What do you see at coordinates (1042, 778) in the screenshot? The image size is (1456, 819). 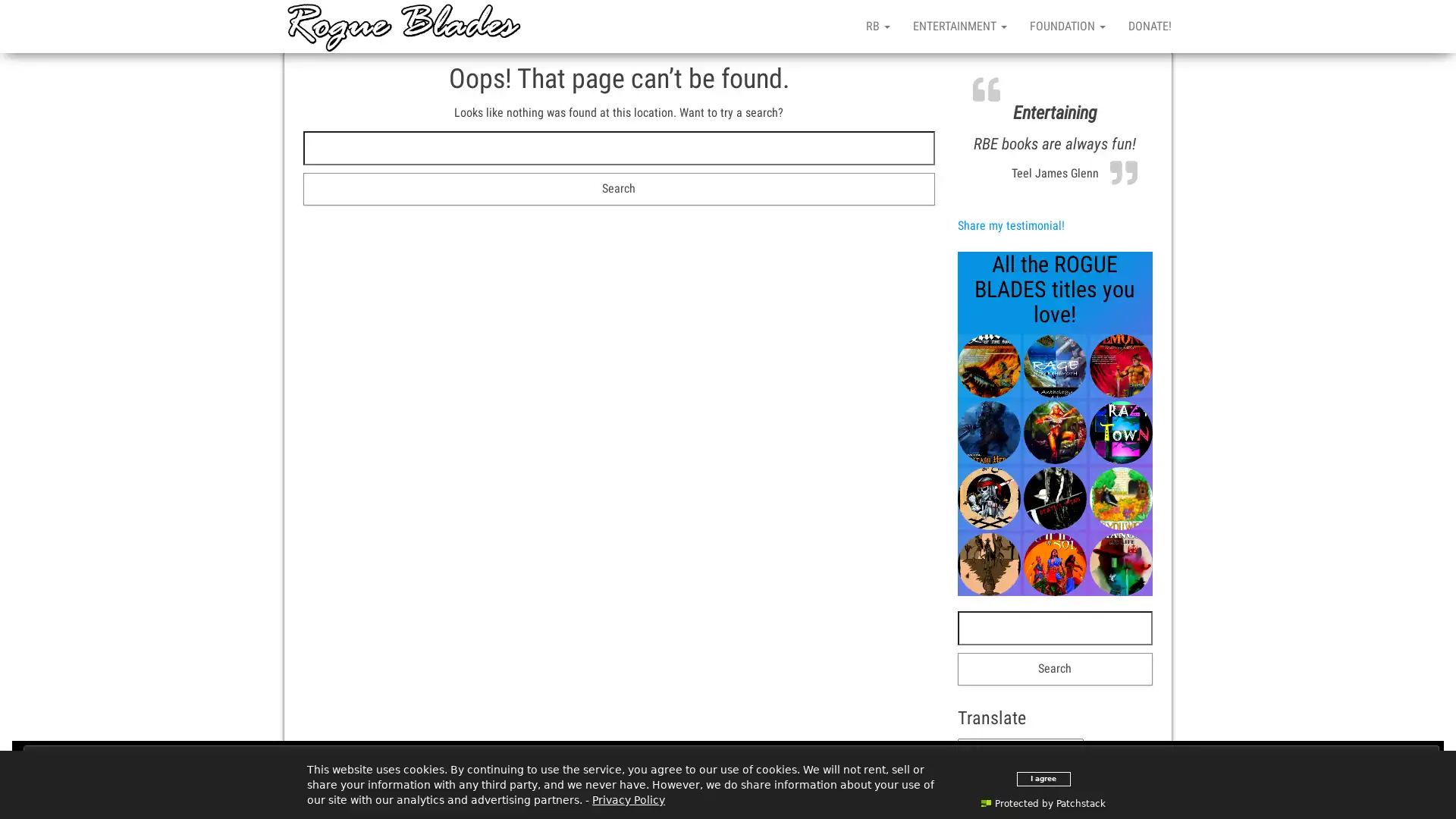 I see `I agree` at bounding box center [1042, 778].